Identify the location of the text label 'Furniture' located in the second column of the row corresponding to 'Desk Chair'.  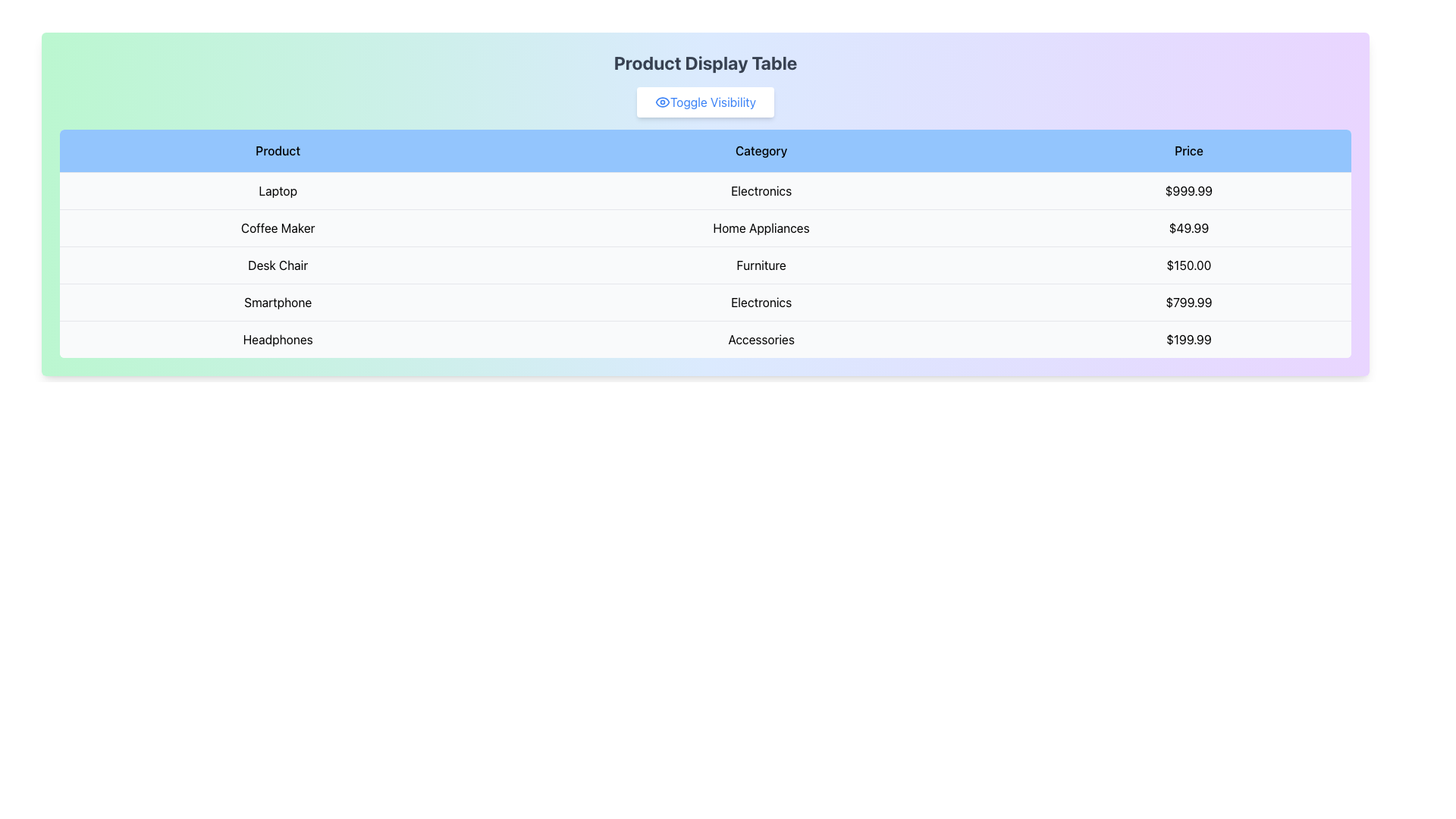
(761, 265).